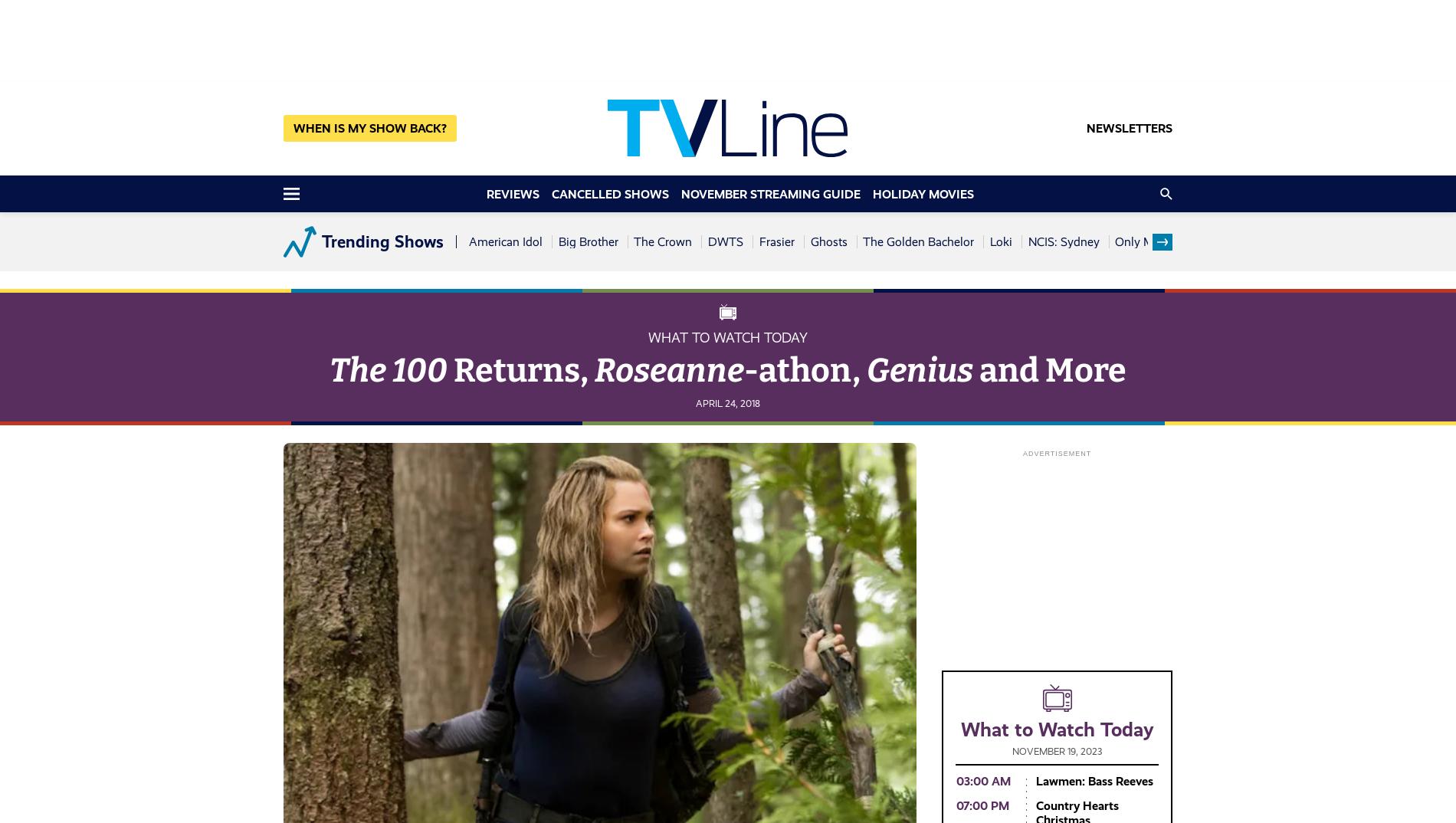 This screenshot has height=823, width=1456. What do you see at coordinates (1218, 241) in the screenshot?
I see `'Sistas'` at bounding box center [1218, 241].